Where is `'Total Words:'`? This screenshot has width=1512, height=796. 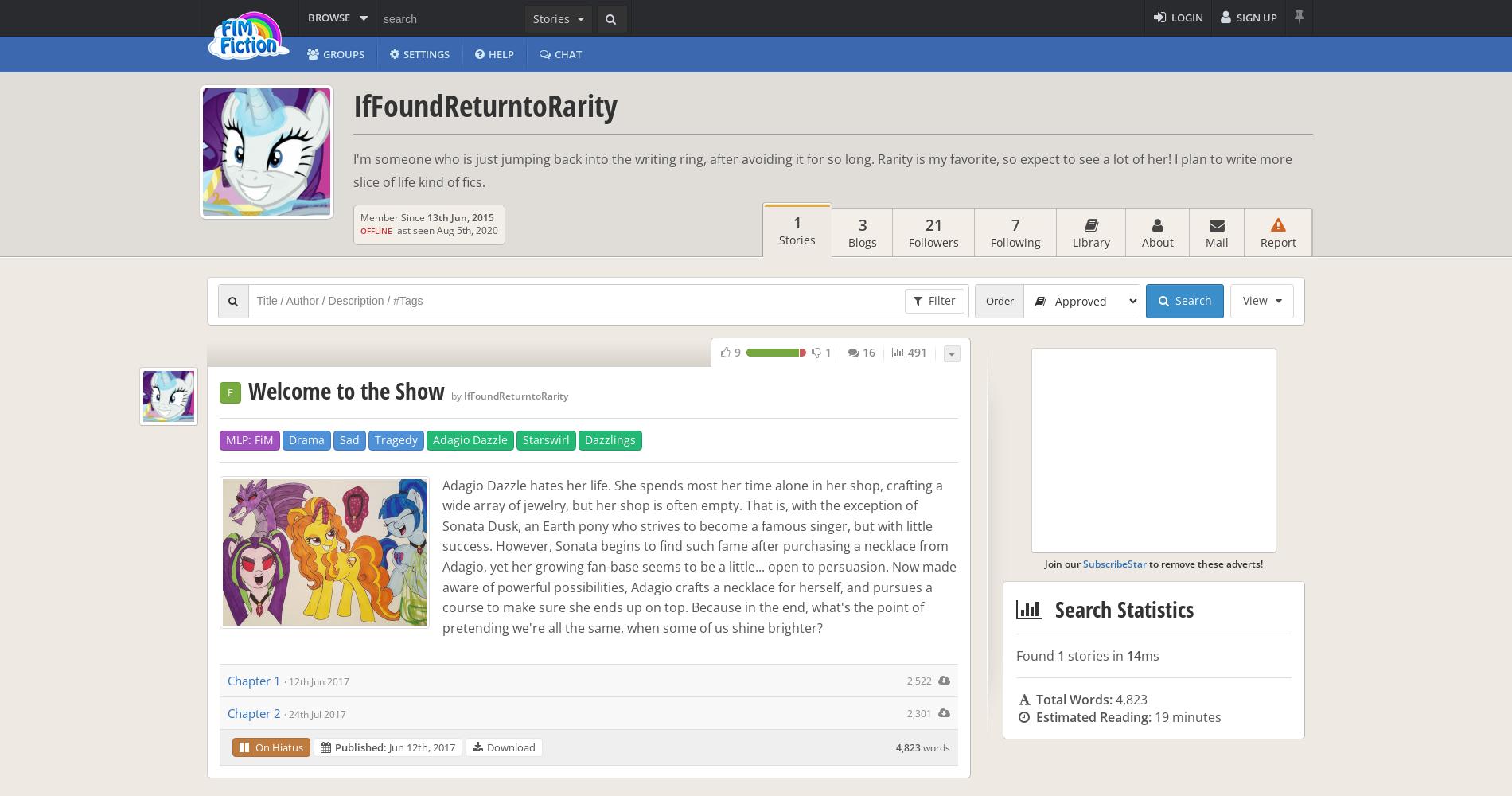 'Total Words:' is located at coordinates (1073, 700).